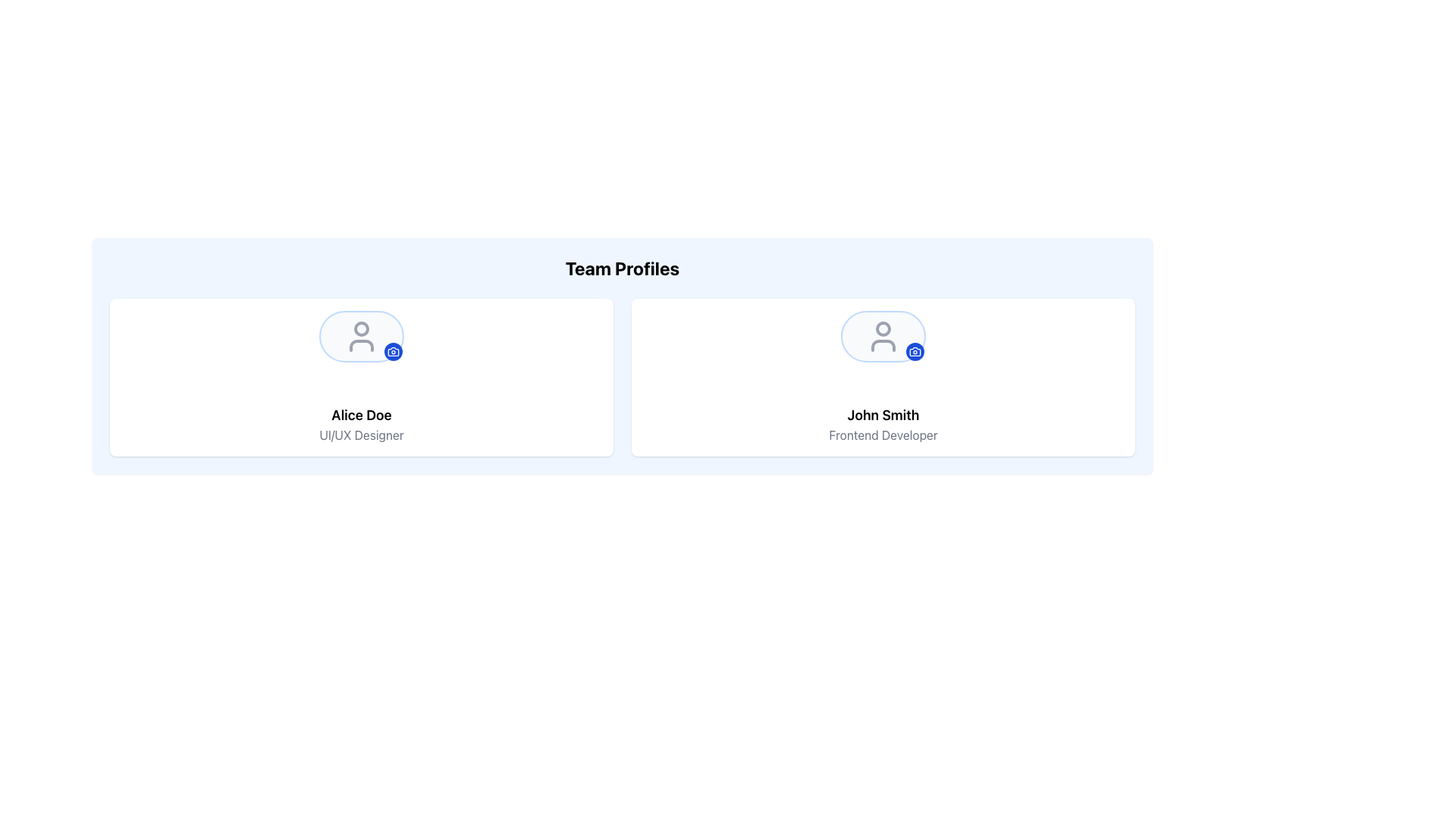  I want to click on the small blue camera icon with a white stroke located at the top-right corner of John Smith's profile picture, so click(914, 351).